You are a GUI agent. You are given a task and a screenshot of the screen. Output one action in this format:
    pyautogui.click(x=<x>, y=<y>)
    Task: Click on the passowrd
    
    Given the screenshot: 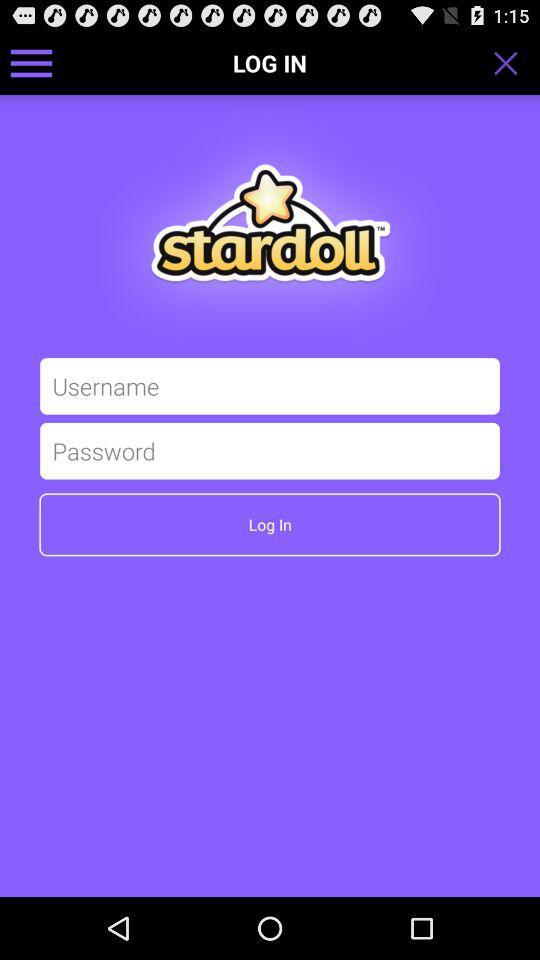 What is the action you would take?
    pyautogui.click(x=270, y=450)
    